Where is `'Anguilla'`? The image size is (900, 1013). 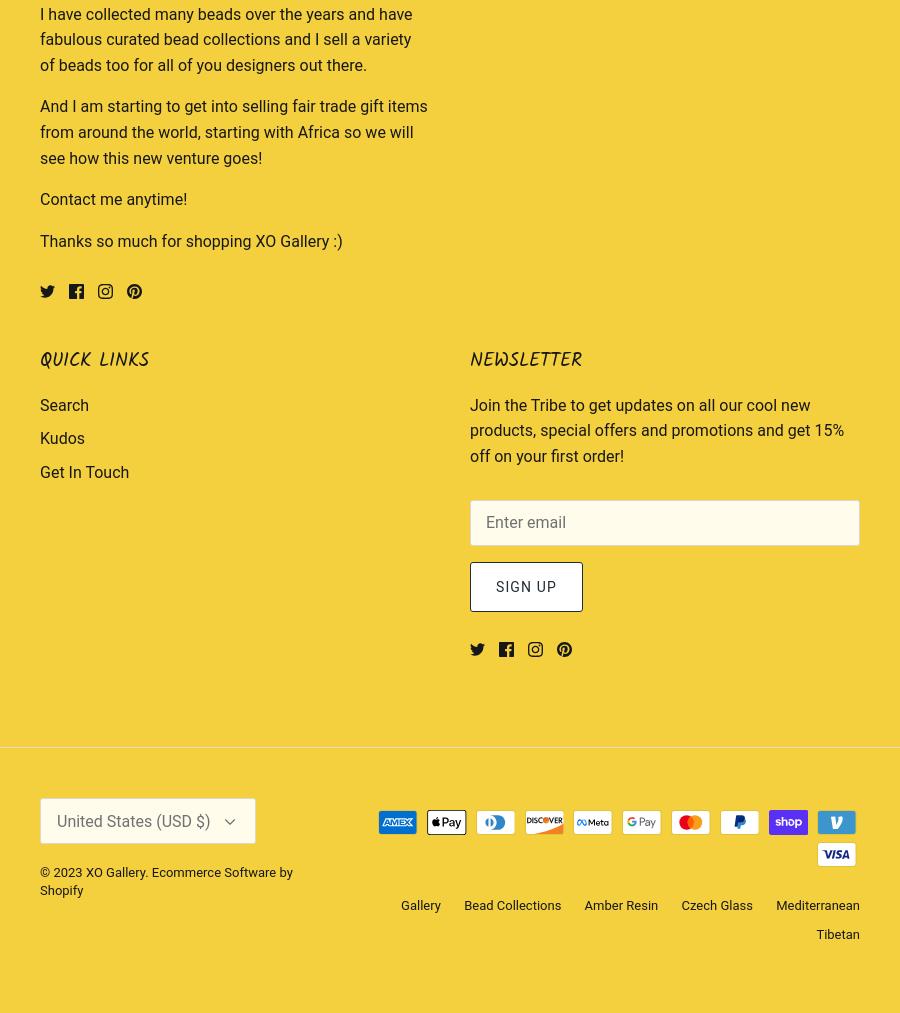 'Anguilla' is located at coordinates (53, 763).